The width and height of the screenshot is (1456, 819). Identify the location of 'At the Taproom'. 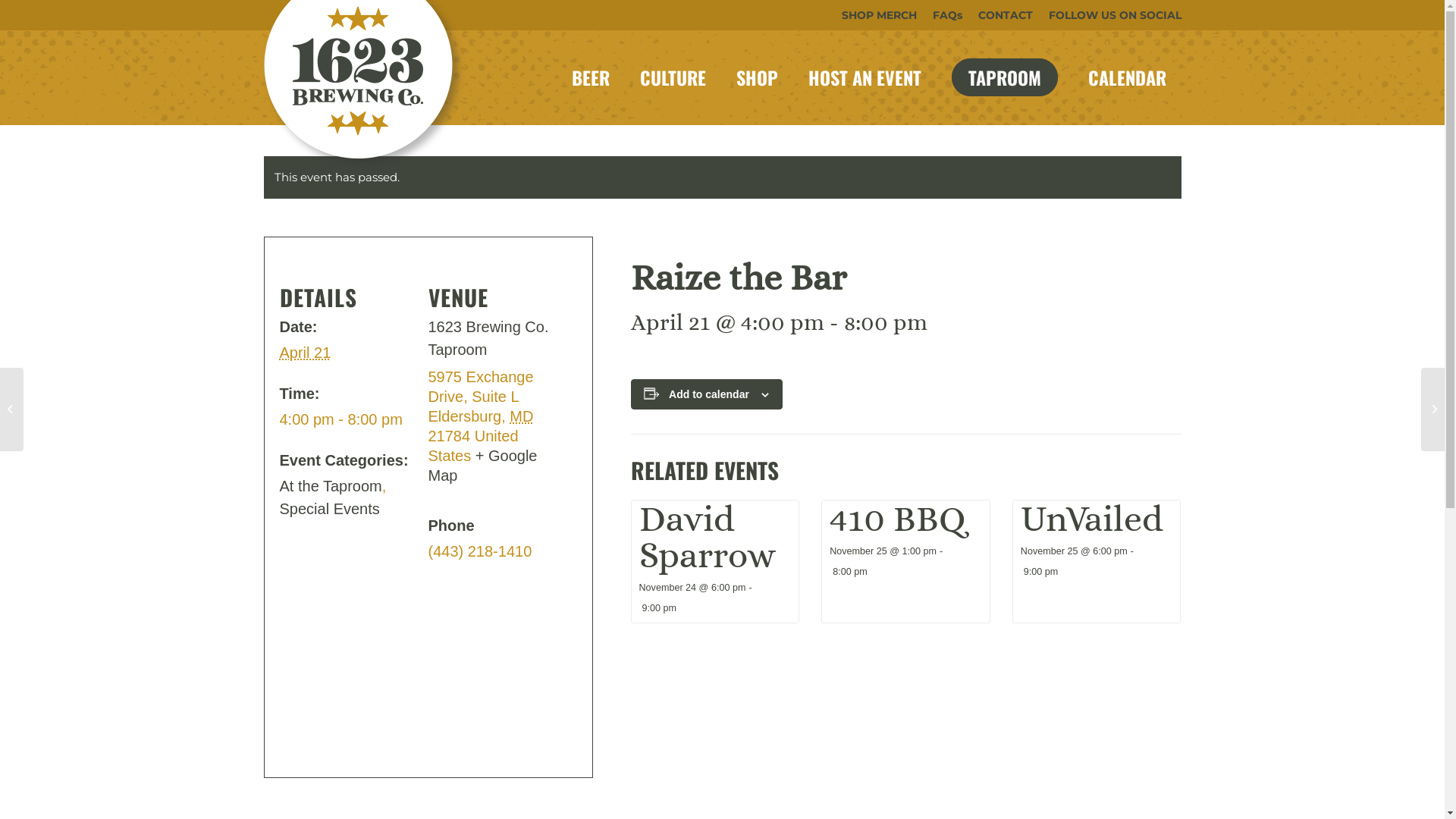
(329, 485).